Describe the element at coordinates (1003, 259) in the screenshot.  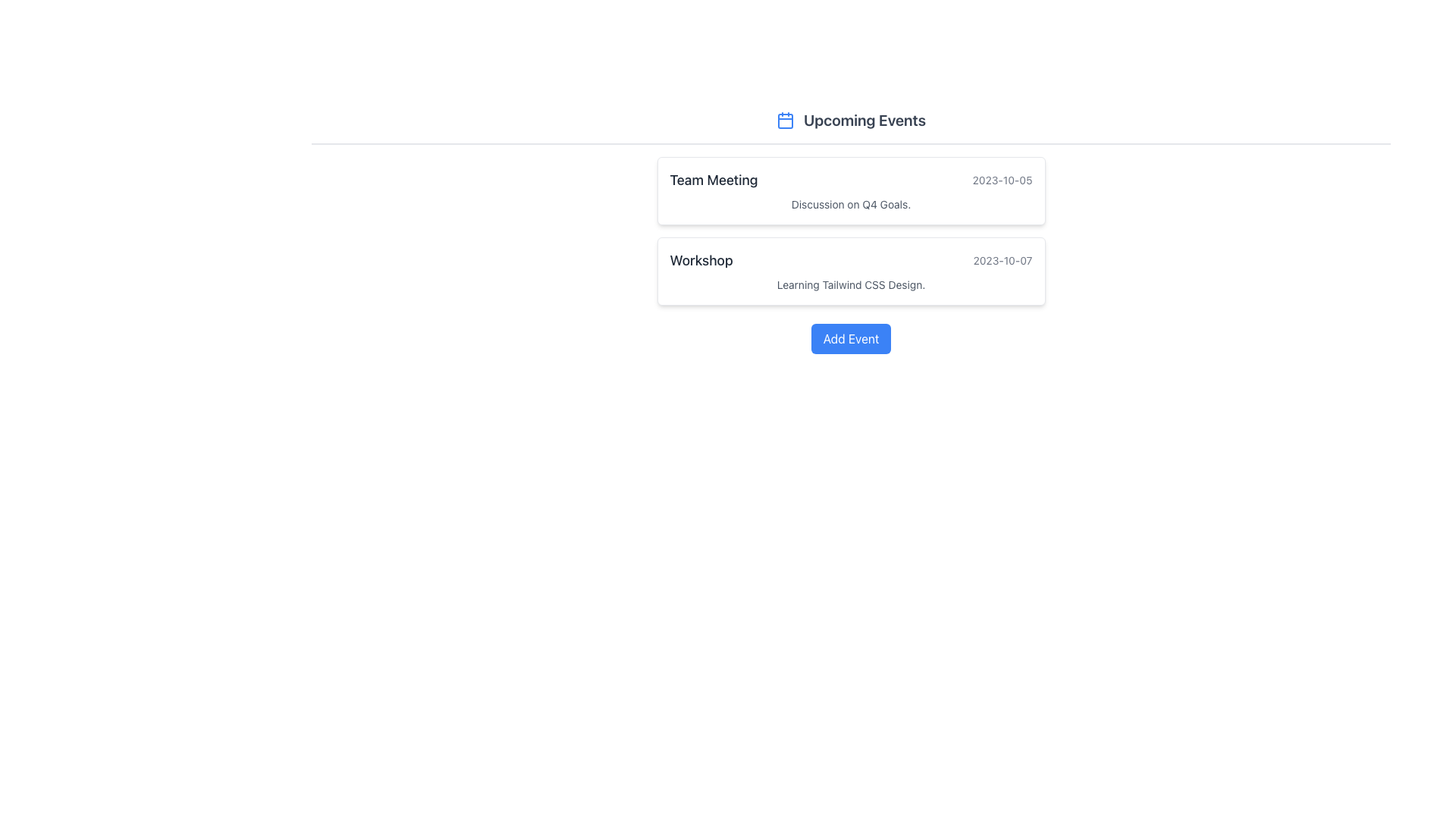
I see `the date text element located at the top-right of the 'Workshop' card, which displays the scheduled date for the event` at that location.